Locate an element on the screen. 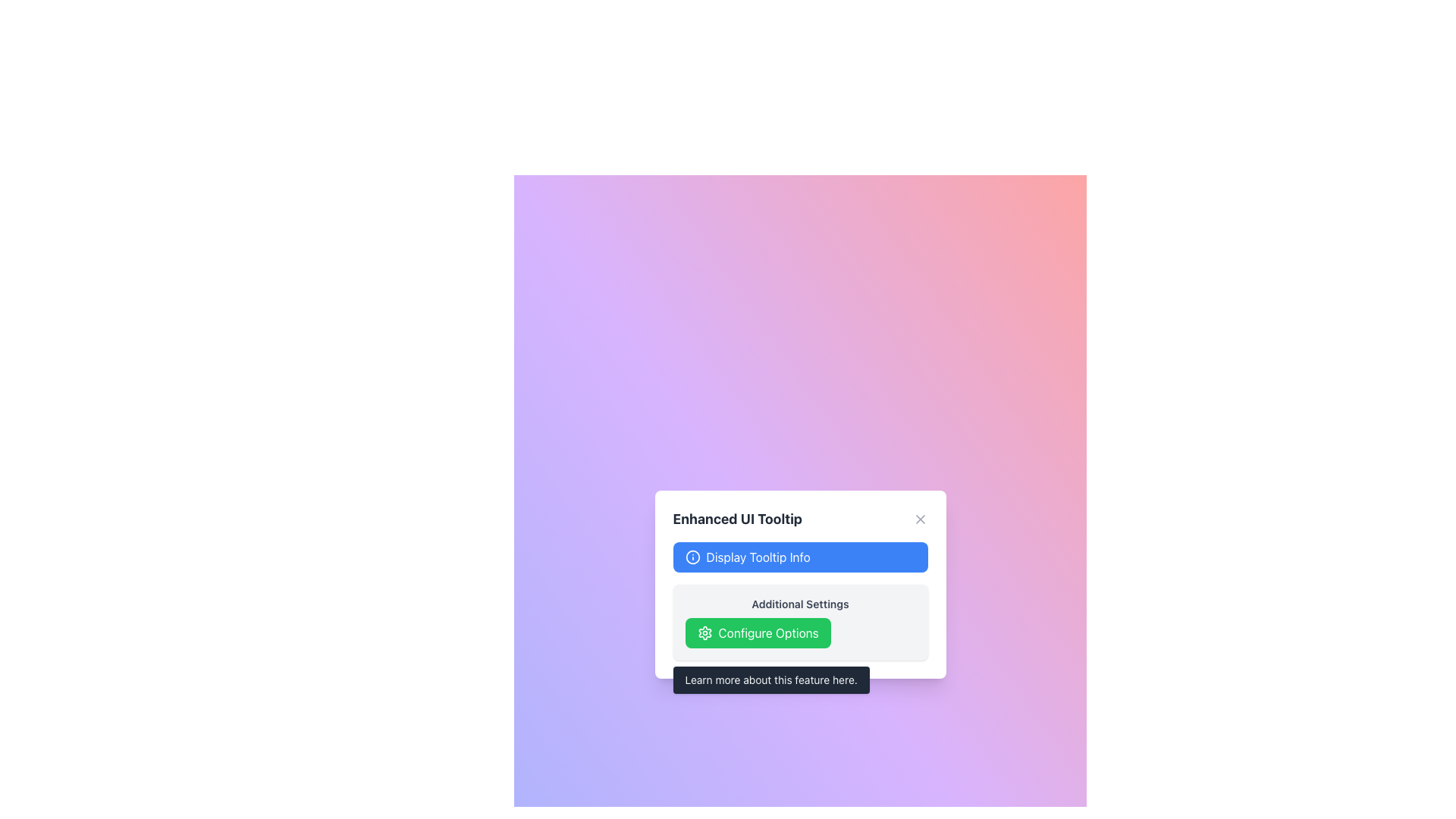 This screenshot has height=819, width=1456. information displayed in the tooltip with white text that says 'Learn more about this feature here.', which is positioned below the 'Configure Options' section is located at coordinates (771, 679).